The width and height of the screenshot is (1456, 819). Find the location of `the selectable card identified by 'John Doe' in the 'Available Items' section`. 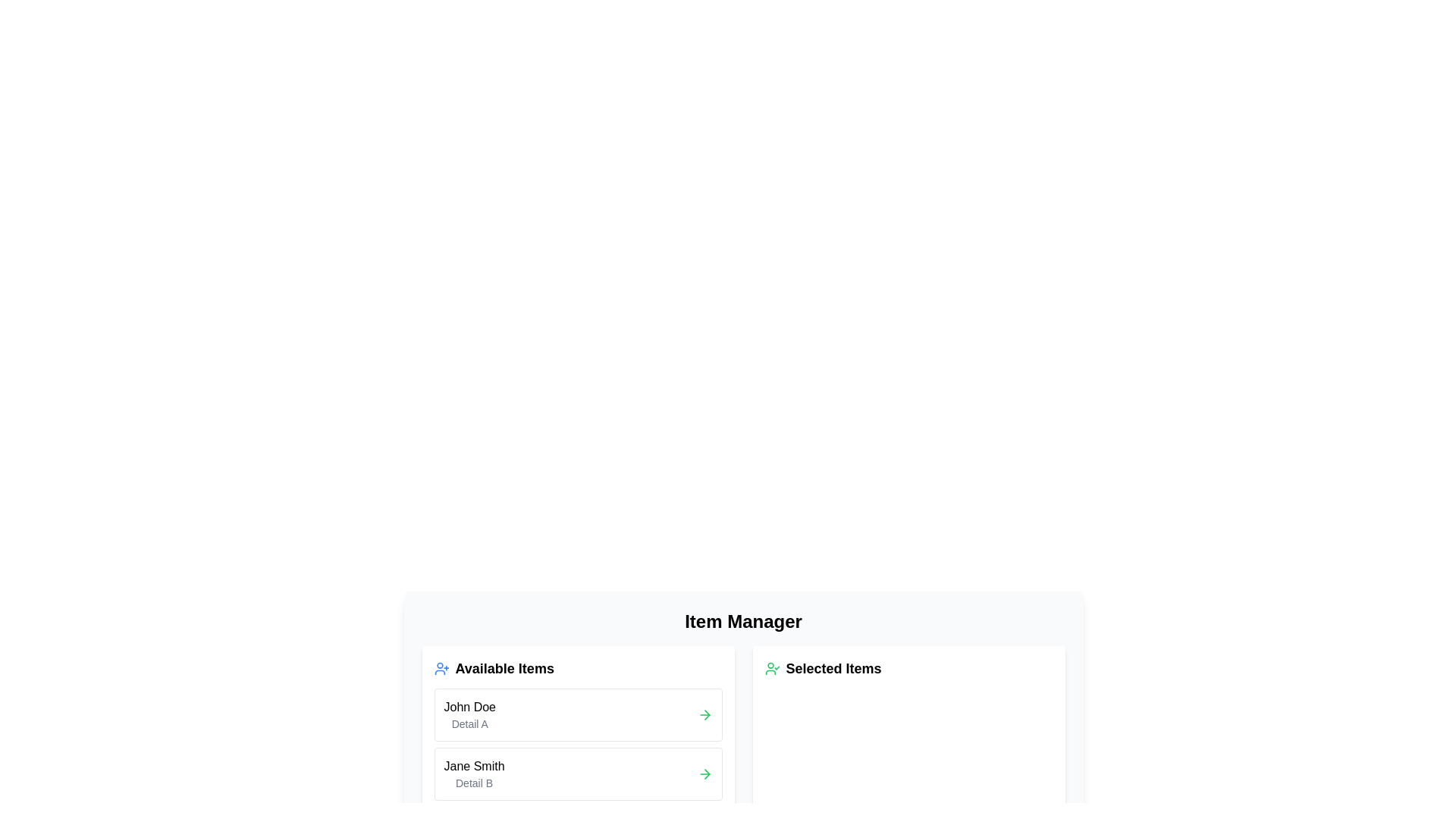

the selectable card identified by 'John Doe' in the 'Available Items' section is located at coordinates (577, 714).